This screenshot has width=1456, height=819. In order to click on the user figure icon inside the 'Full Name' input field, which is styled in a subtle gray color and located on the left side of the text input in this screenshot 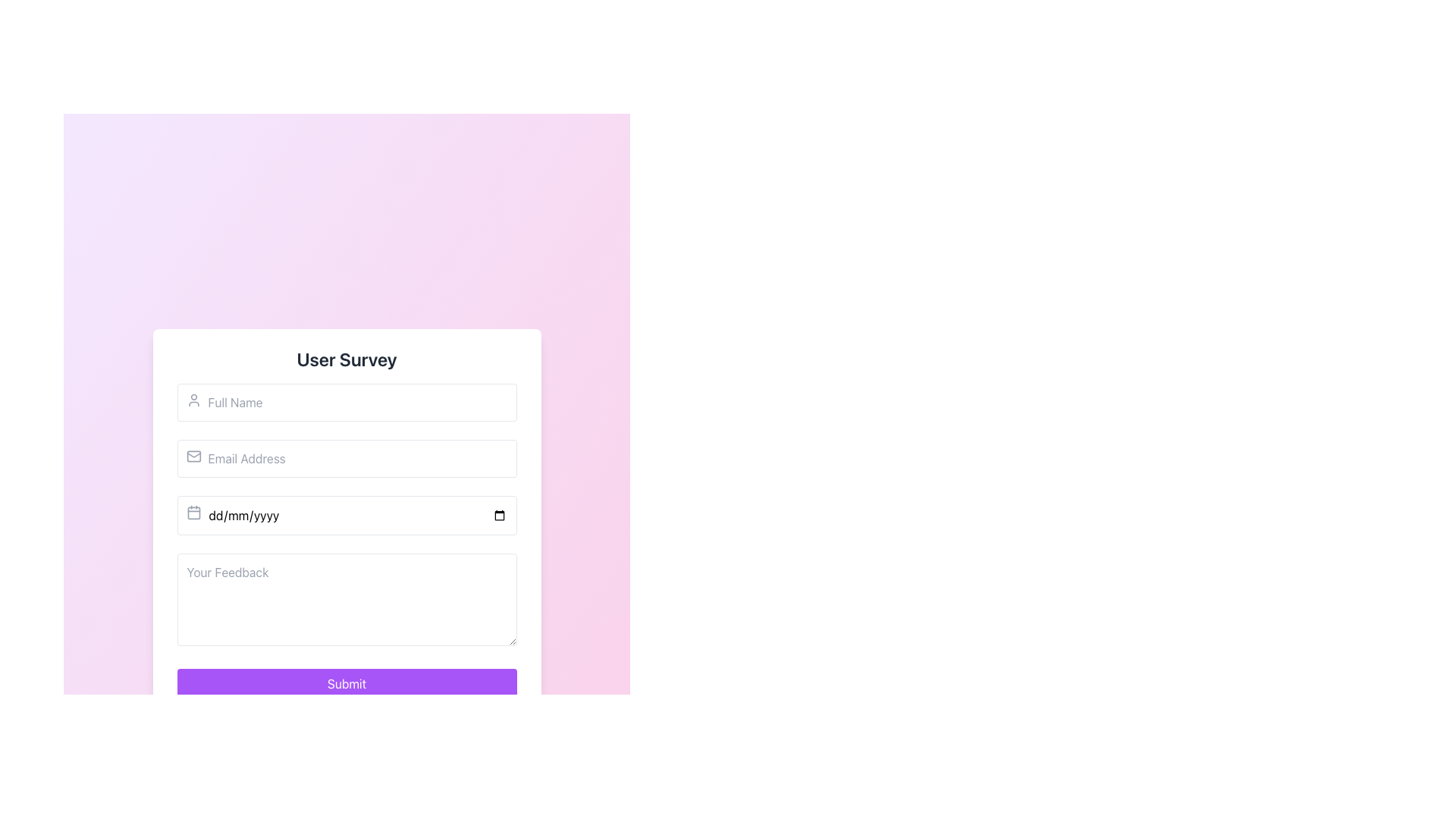, I will do `click(193, 400)`.